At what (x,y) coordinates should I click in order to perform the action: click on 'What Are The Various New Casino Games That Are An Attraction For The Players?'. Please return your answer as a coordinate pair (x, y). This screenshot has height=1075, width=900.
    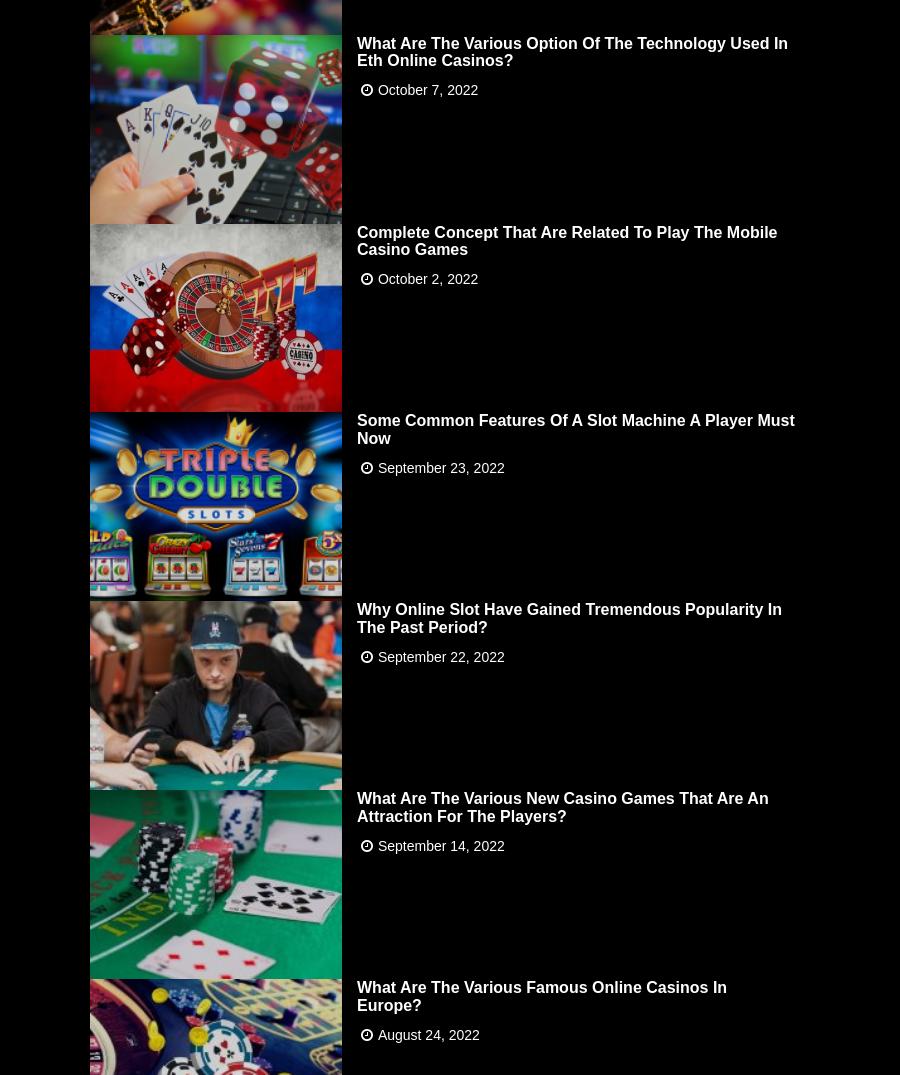
    Looking at the image, I should click on (357, 805).